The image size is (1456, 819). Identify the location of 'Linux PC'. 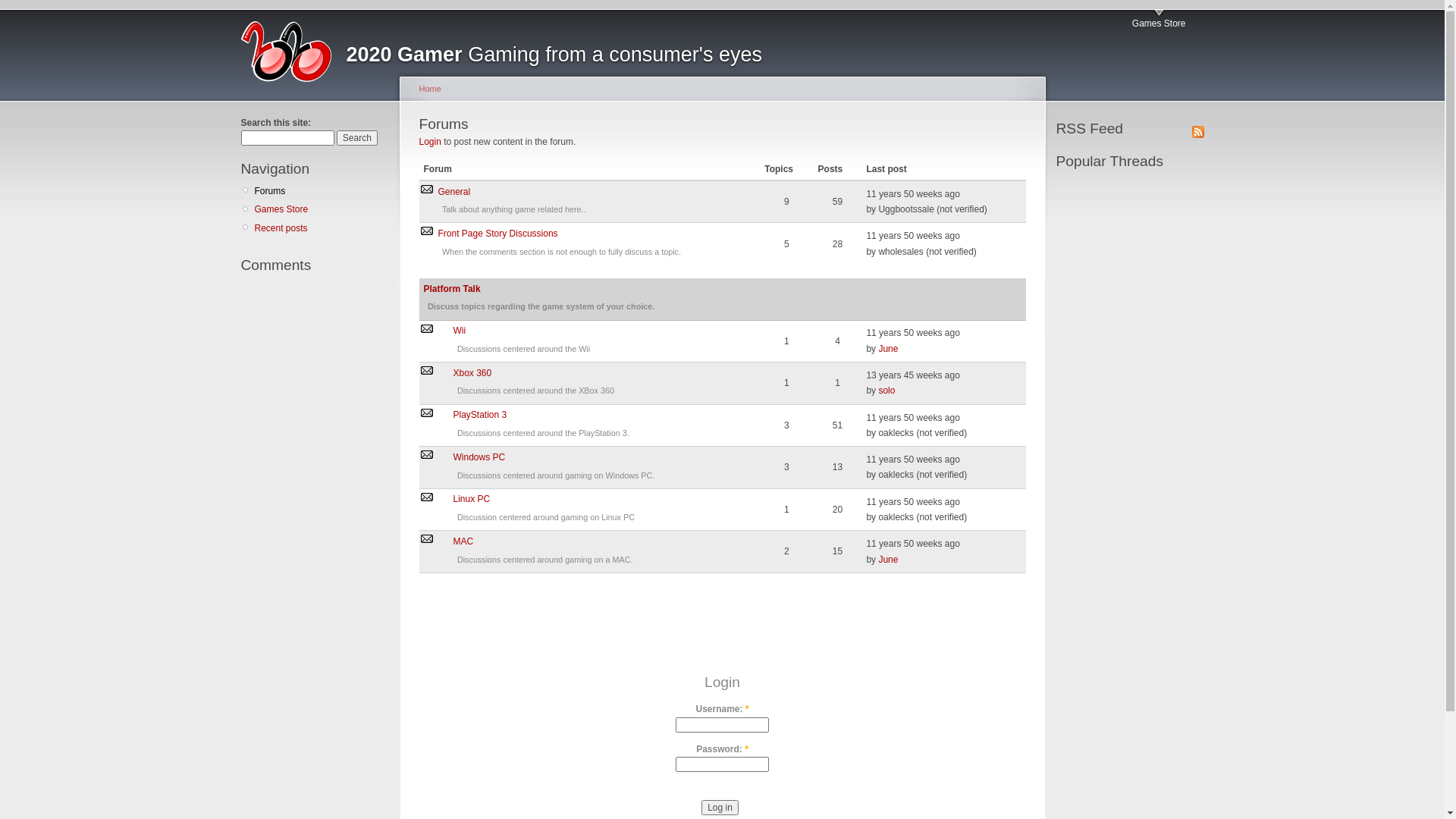
(453, 499).